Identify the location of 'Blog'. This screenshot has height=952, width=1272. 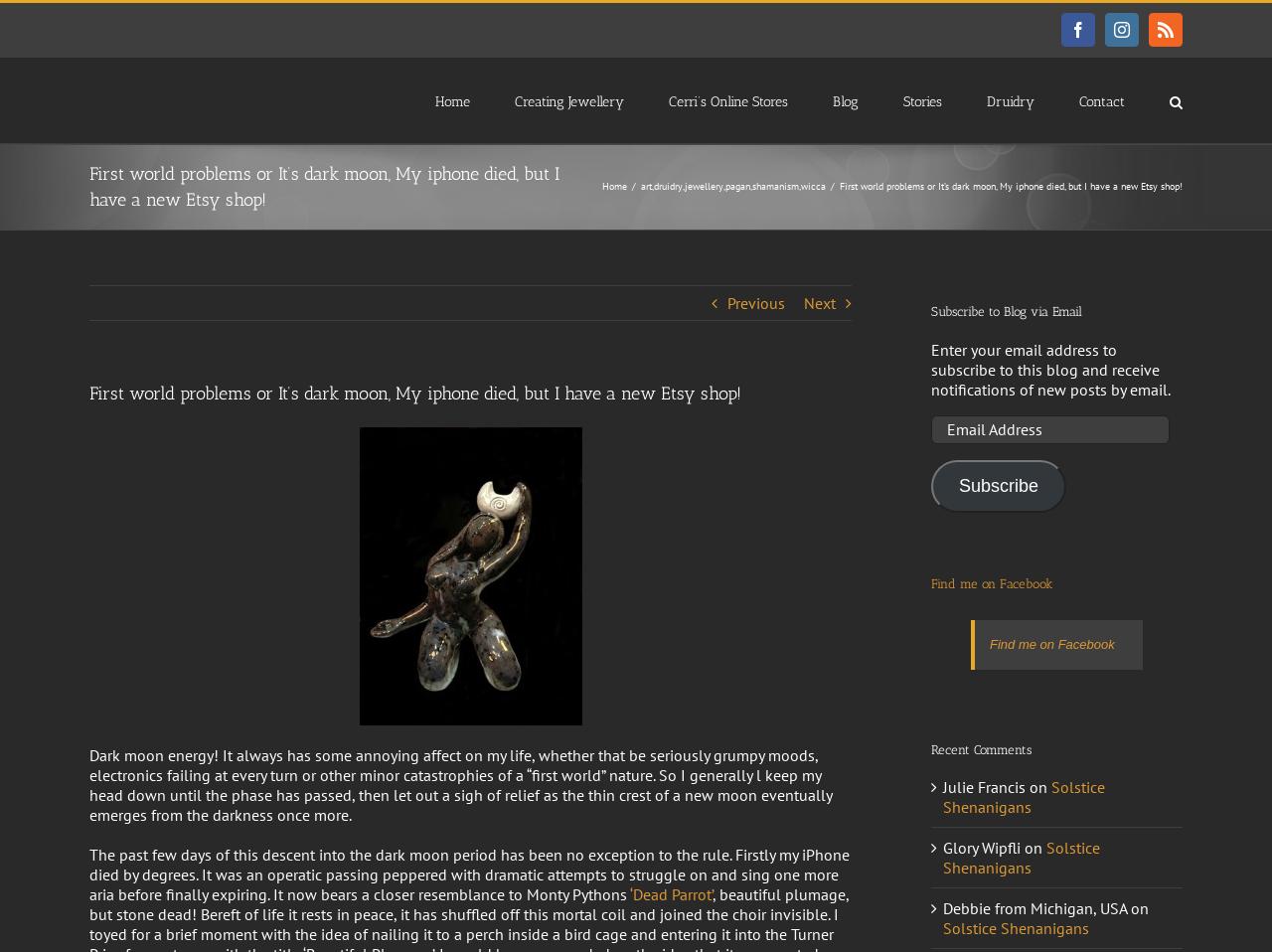
(845, 100).